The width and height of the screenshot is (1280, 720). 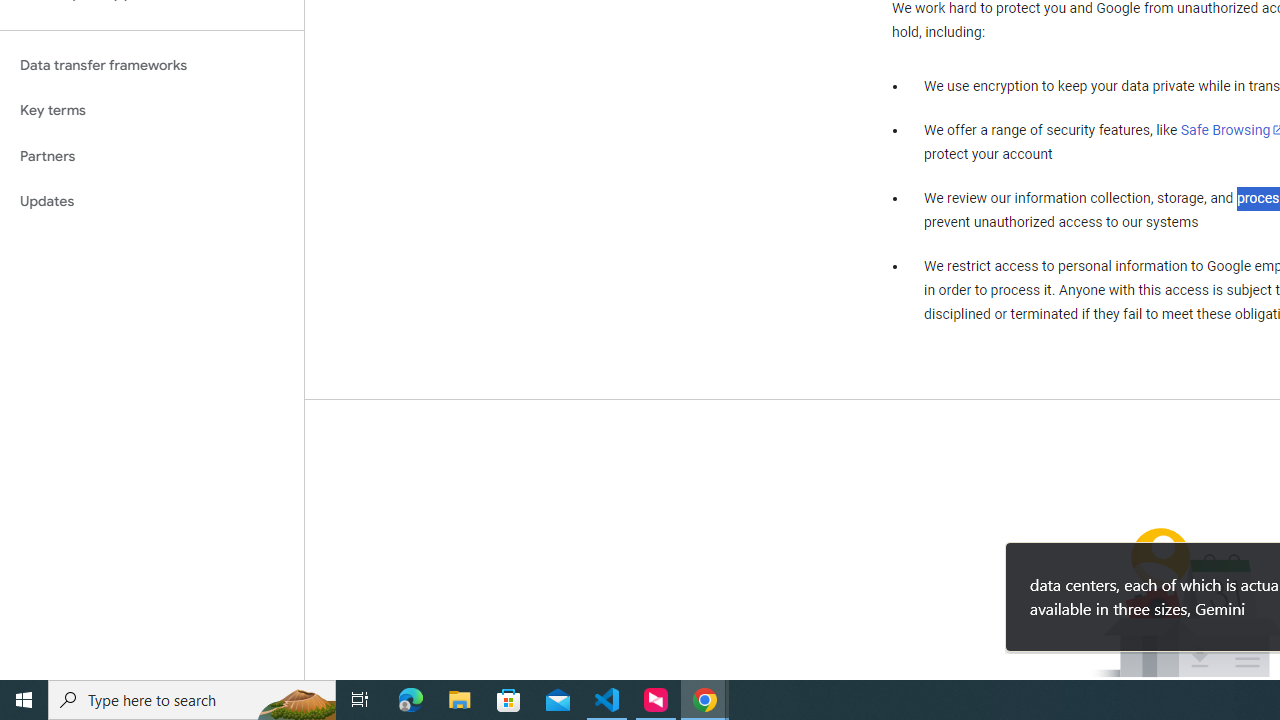 What do you see at coordinates (151, 201) in the screenshot?
I see `'Updates'` at bounding box center [151, 201].